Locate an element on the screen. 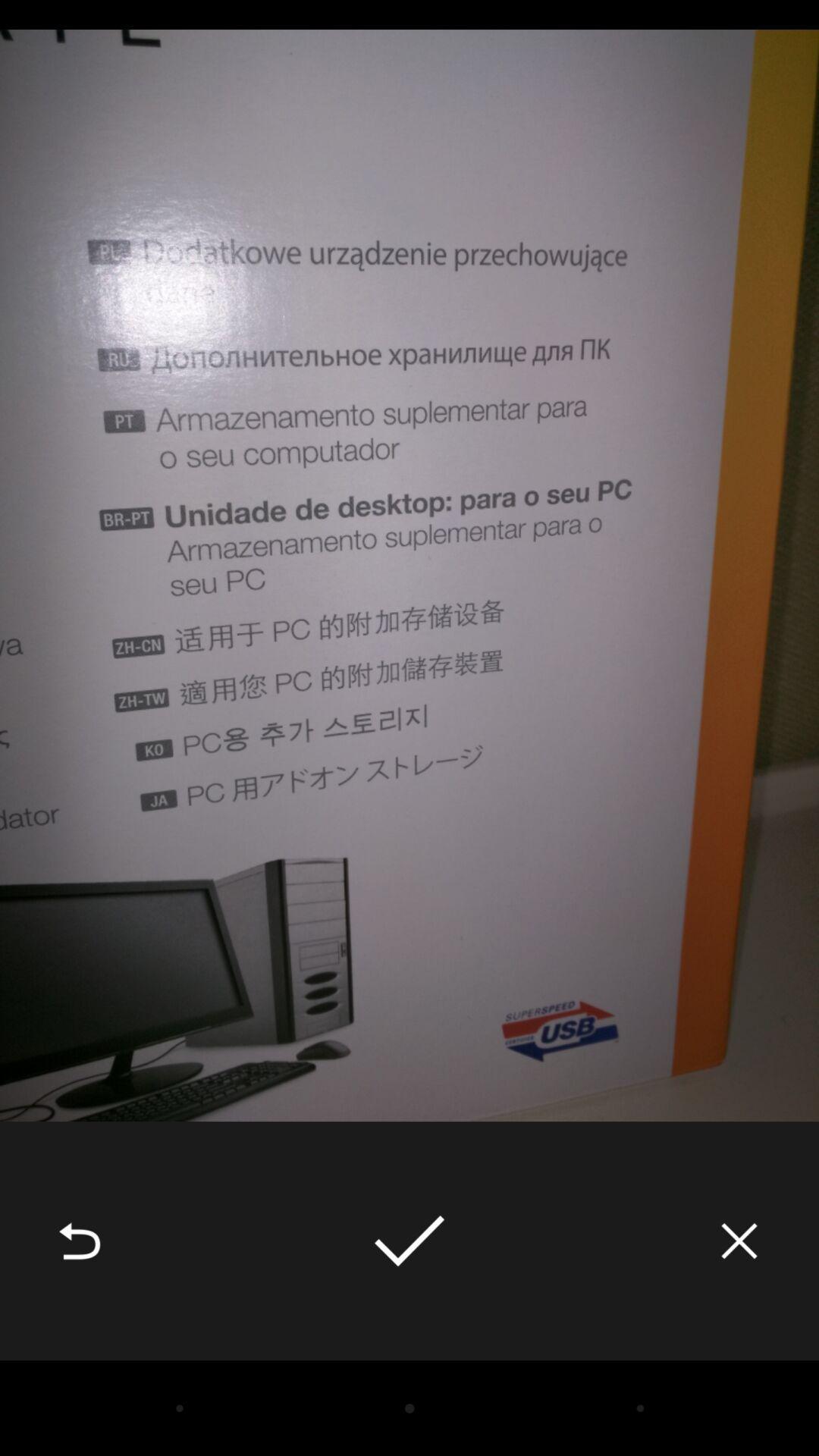  the icon at the bottom right corner is located at coordinates (739, 1241).